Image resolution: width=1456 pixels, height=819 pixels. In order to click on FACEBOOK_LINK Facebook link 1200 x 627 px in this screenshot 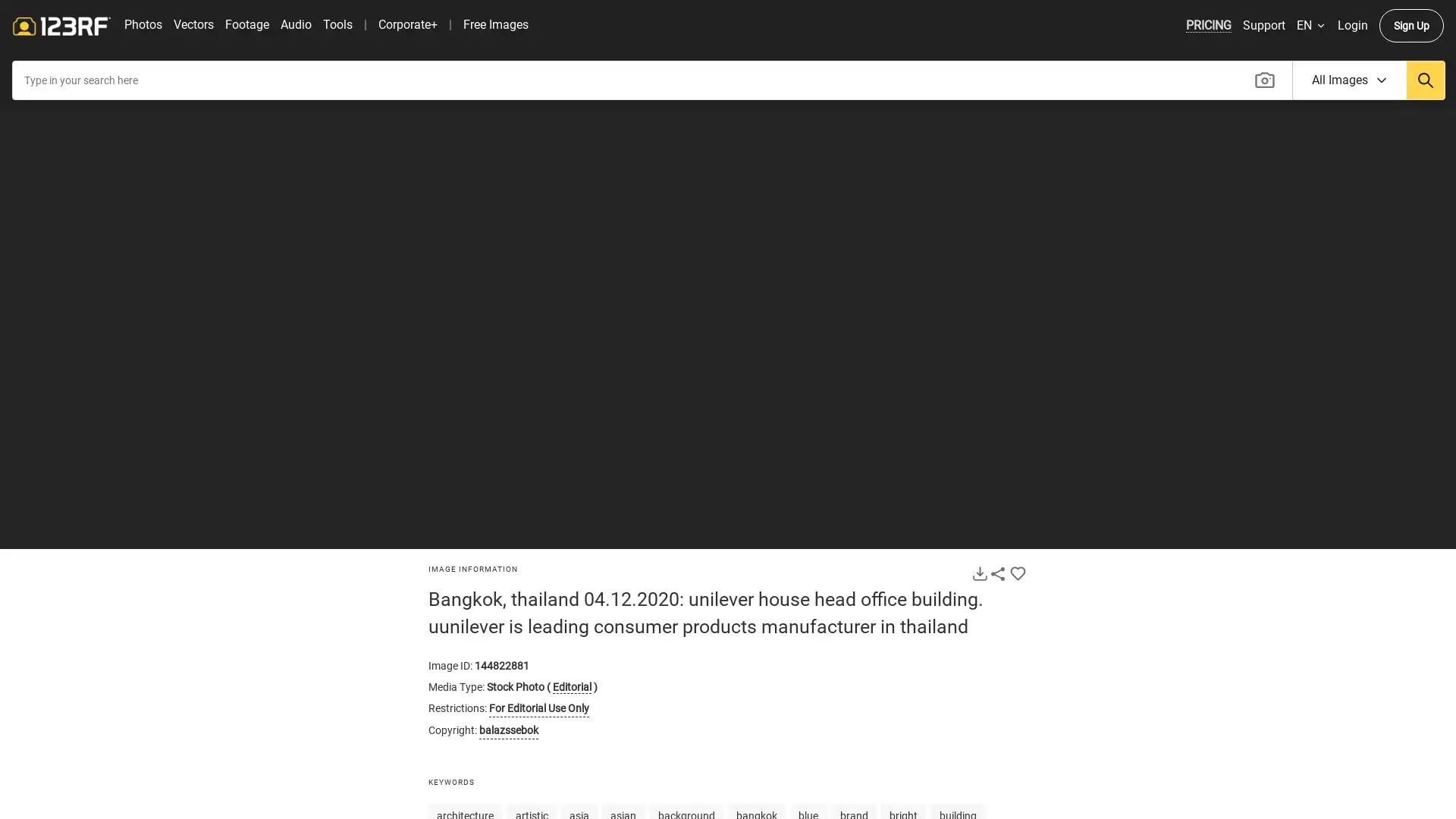, I will do `click(1395, 522)`.